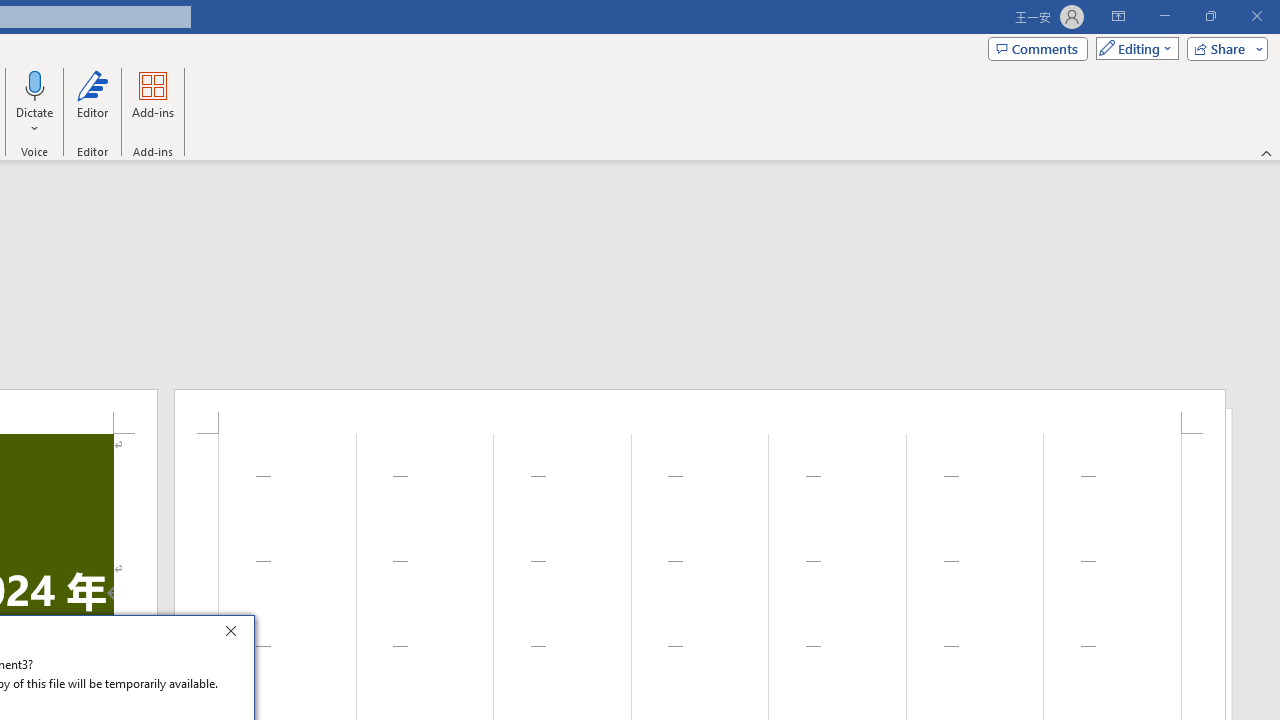 The width and height of the screenshot is (1280, 720). What do you see at coordinates (1222, 47) in the screenshot?
I see `'Share'` at bounding box center [1222, 47].